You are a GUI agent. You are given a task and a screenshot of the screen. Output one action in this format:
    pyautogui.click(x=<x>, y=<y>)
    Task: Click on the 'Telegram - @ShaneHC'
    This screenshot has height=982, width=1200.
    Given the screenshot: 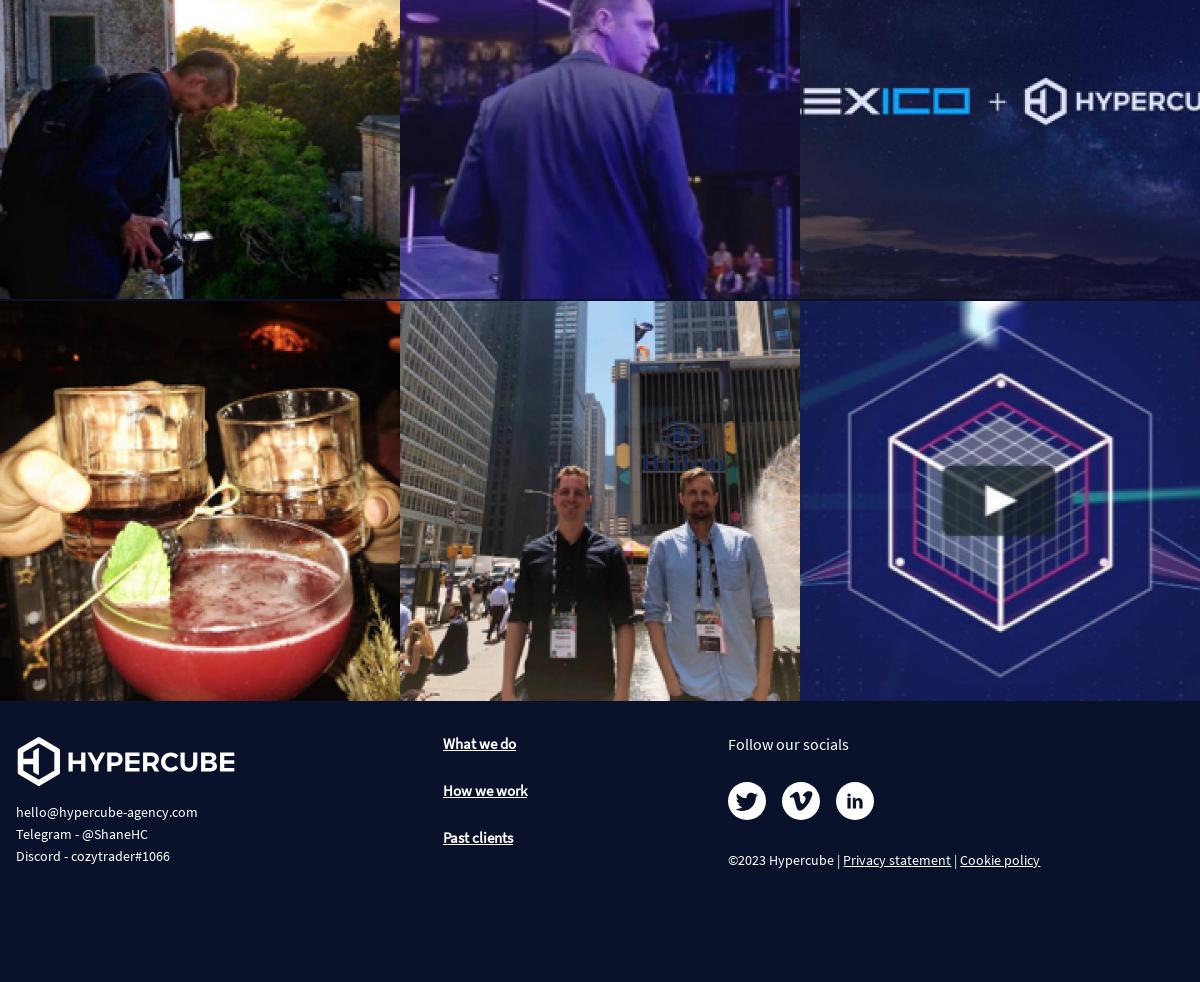 What is the action you would take?
    pyautogui.click(x=81, y=833)
    